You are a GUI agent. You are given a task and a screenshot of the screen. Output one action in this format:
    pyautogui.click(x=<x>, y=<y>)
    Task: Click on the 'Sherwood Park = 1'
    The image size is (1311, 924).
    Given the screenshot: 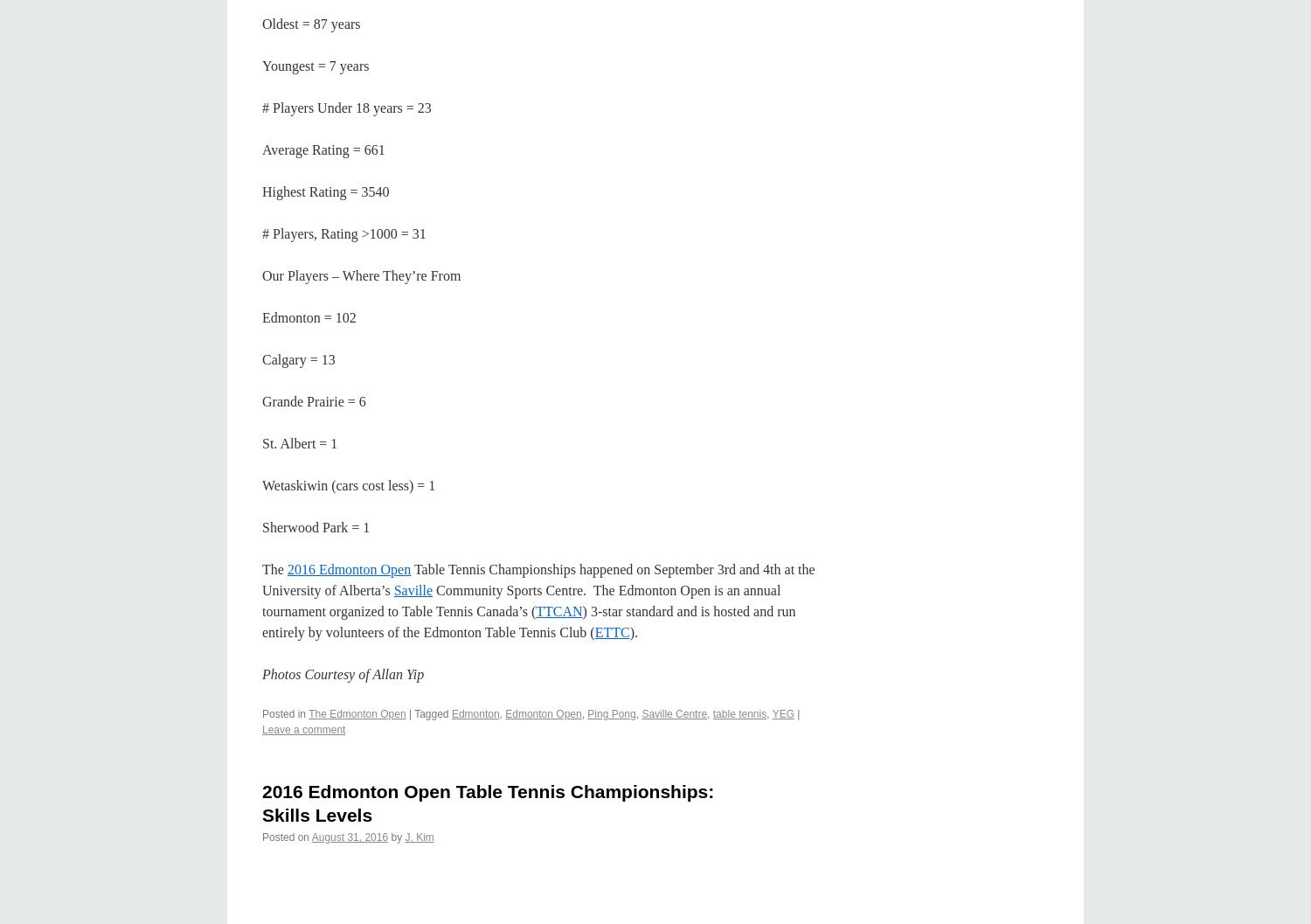 What is the action you would take?
    pyautogui.click(x=315, y=525)
    